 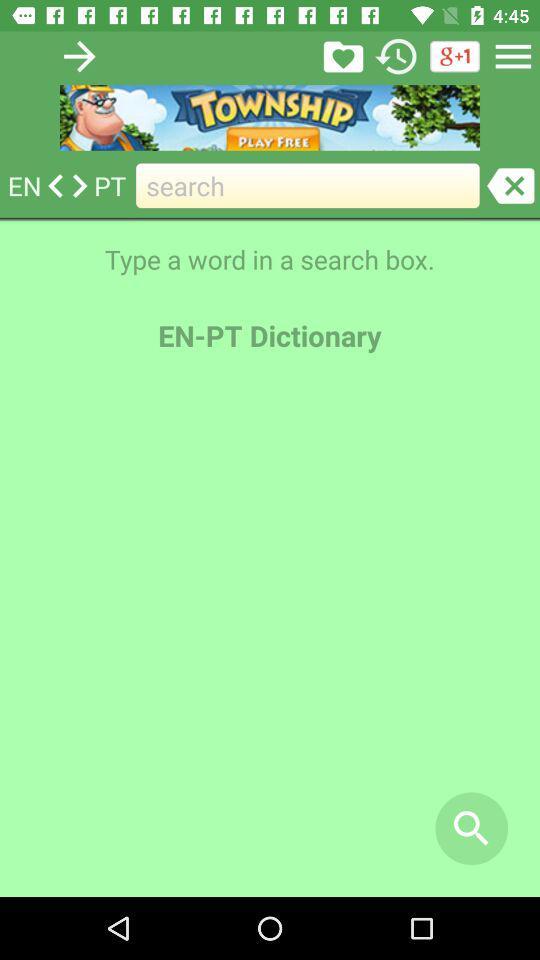 I want to click on click on advertisement, so click(x=270, y=117).